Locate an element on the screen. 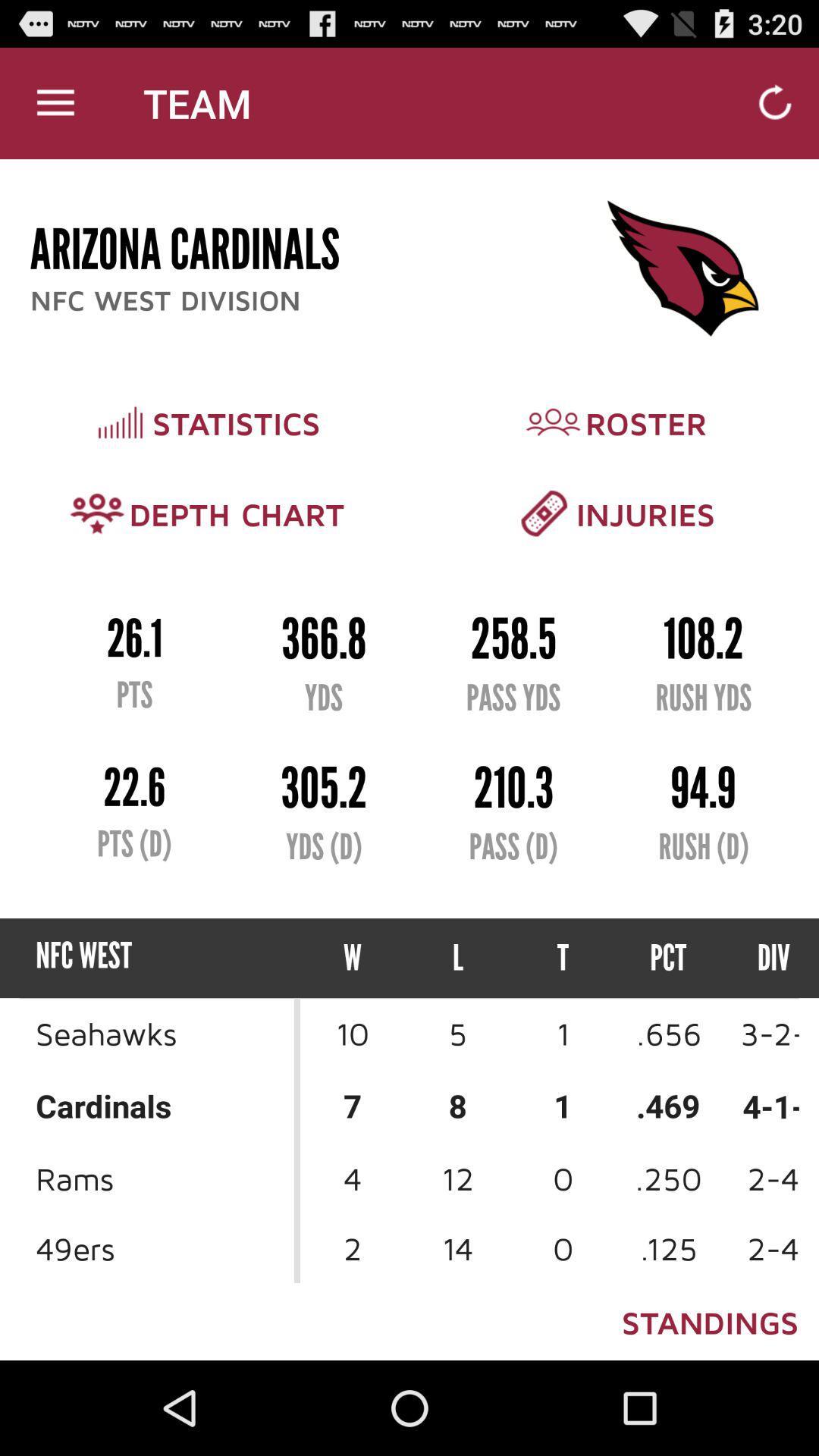  the l icon is located at coordinates (457, 957).